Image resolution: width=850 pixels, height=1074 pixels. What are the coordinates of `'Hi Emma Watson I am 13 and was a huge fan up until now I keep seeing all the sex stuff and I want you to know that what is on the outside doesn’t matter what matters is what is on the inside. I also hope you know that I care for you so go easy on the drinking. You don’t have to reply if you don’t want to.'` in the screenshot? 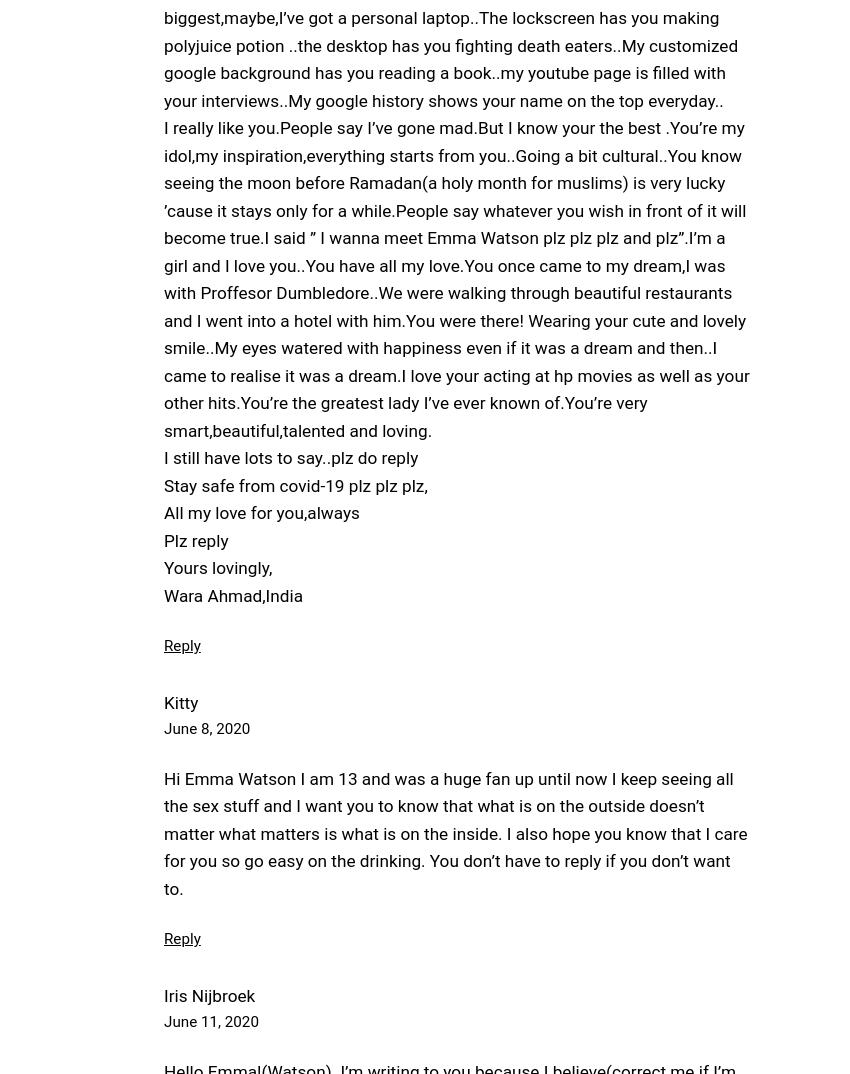 It's located at (454, 832).